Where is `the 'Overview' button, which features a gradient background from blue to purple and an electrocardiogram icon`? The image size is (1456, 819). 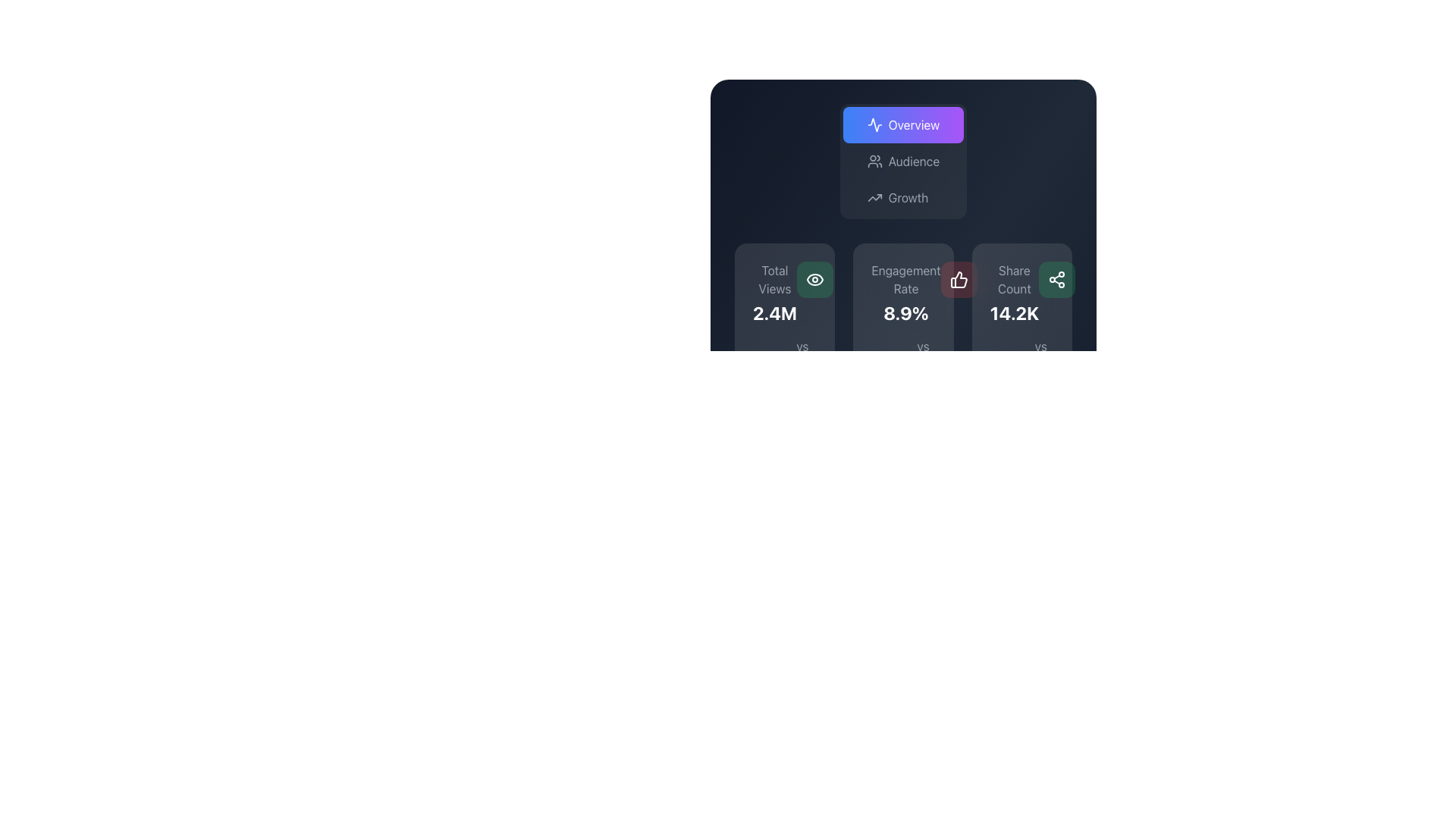 the 'Overview' button, which features a gradient background from blue to purple and an electrocardiogram icon is located at coordinates (903, 124).